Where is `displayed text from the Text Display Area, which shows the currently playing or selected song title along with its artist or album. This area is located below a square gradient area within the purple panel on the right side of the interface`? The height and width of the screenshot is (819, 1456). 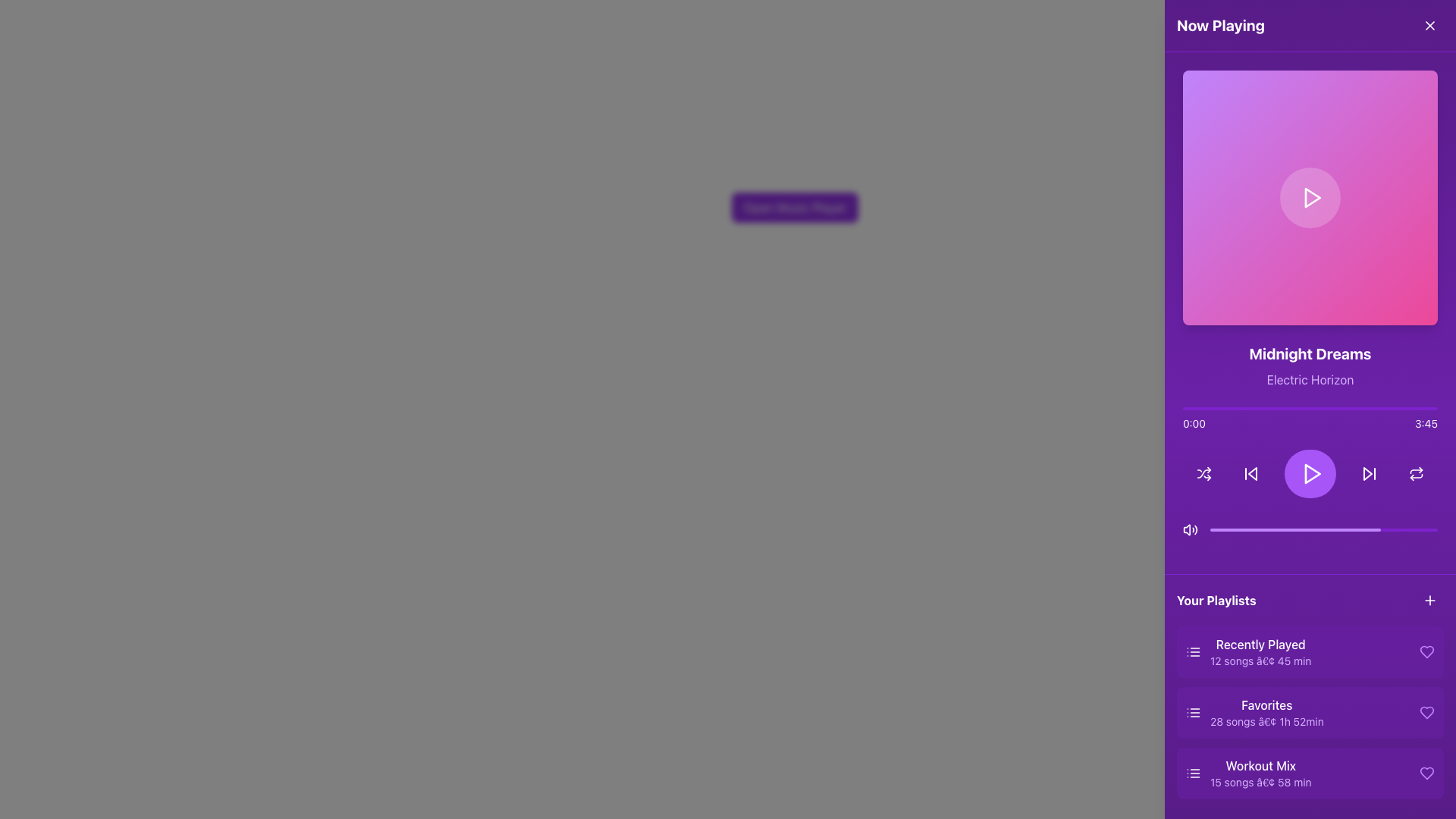
displayed text from the Text Display Area, which shows the currently playing or selected song title along with its artist or album. This area is located below a square gradient area within the purple panel on the right side of the interface is located at coordinates (1310, 366).